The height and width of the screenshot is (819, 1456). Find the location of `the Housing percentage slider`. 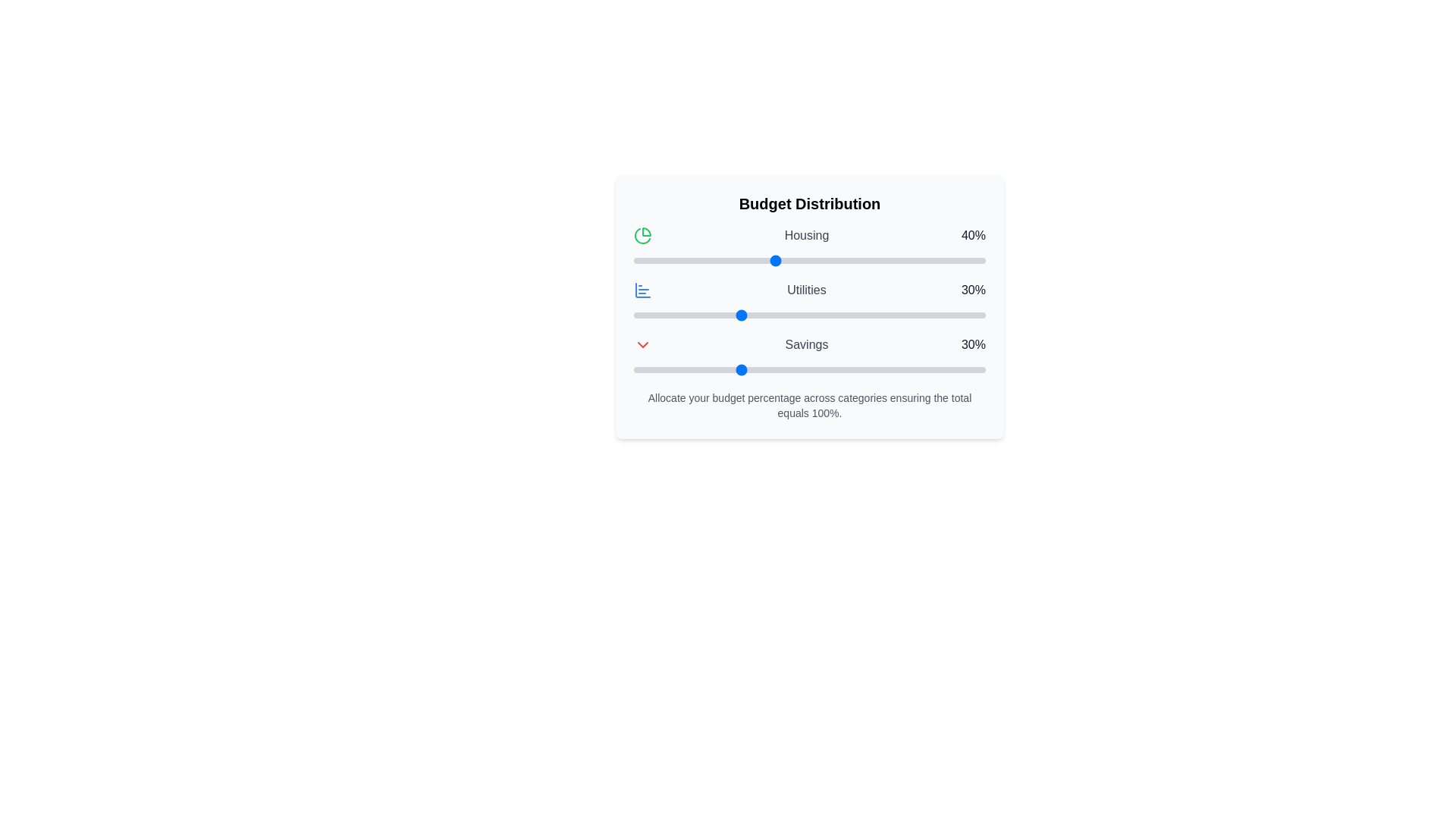

the Housing percentage slider is located at coordinates (746, 259).